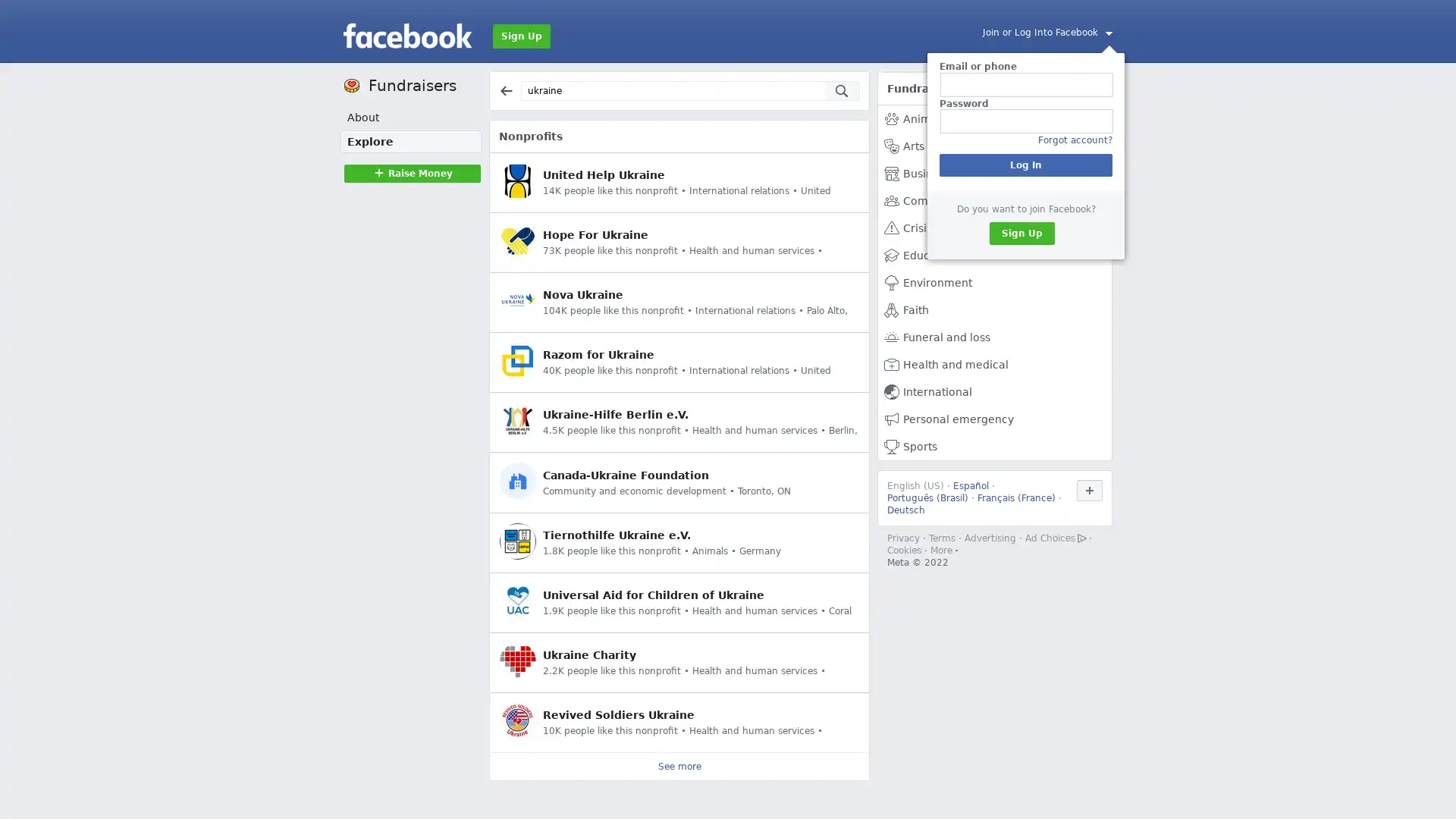 The height and width of the screenshot is (819, 1456). What do you see at coordinates (971, 485) in the screenshot?
I see `Espanol` at bounding box center [971, 485].